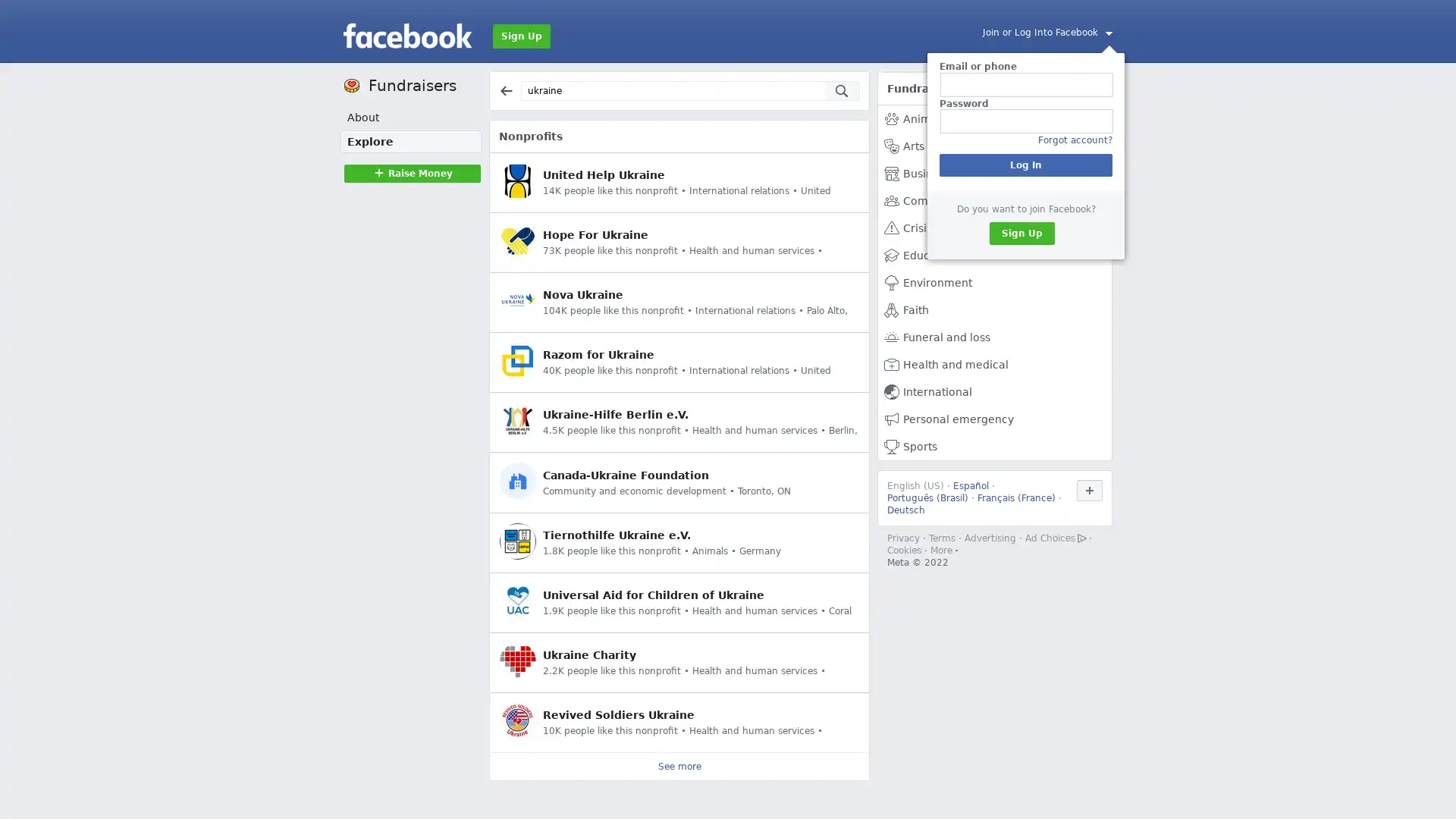 The height and width of the screenshot is (819, 1456). What do you see at coordinates (971, 485) in the screenshot?
I see `Espanol` at bounding box center [971, 485].